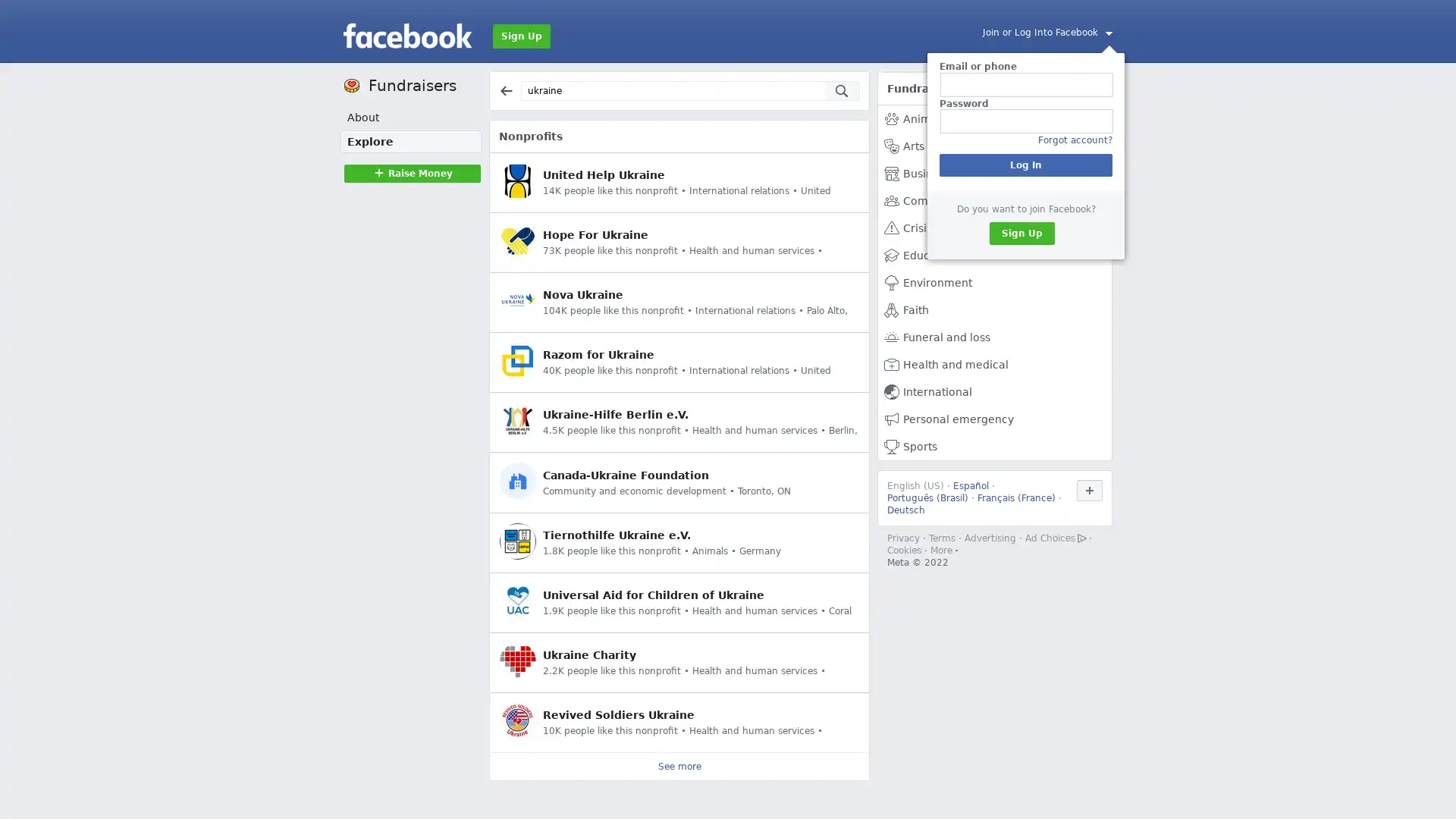 The height and width of the screenshot is (819, 1456). What do you see at coordinates (971, 485) in the screenshot?
I see `Espanol` at bounding box center [971, 485].